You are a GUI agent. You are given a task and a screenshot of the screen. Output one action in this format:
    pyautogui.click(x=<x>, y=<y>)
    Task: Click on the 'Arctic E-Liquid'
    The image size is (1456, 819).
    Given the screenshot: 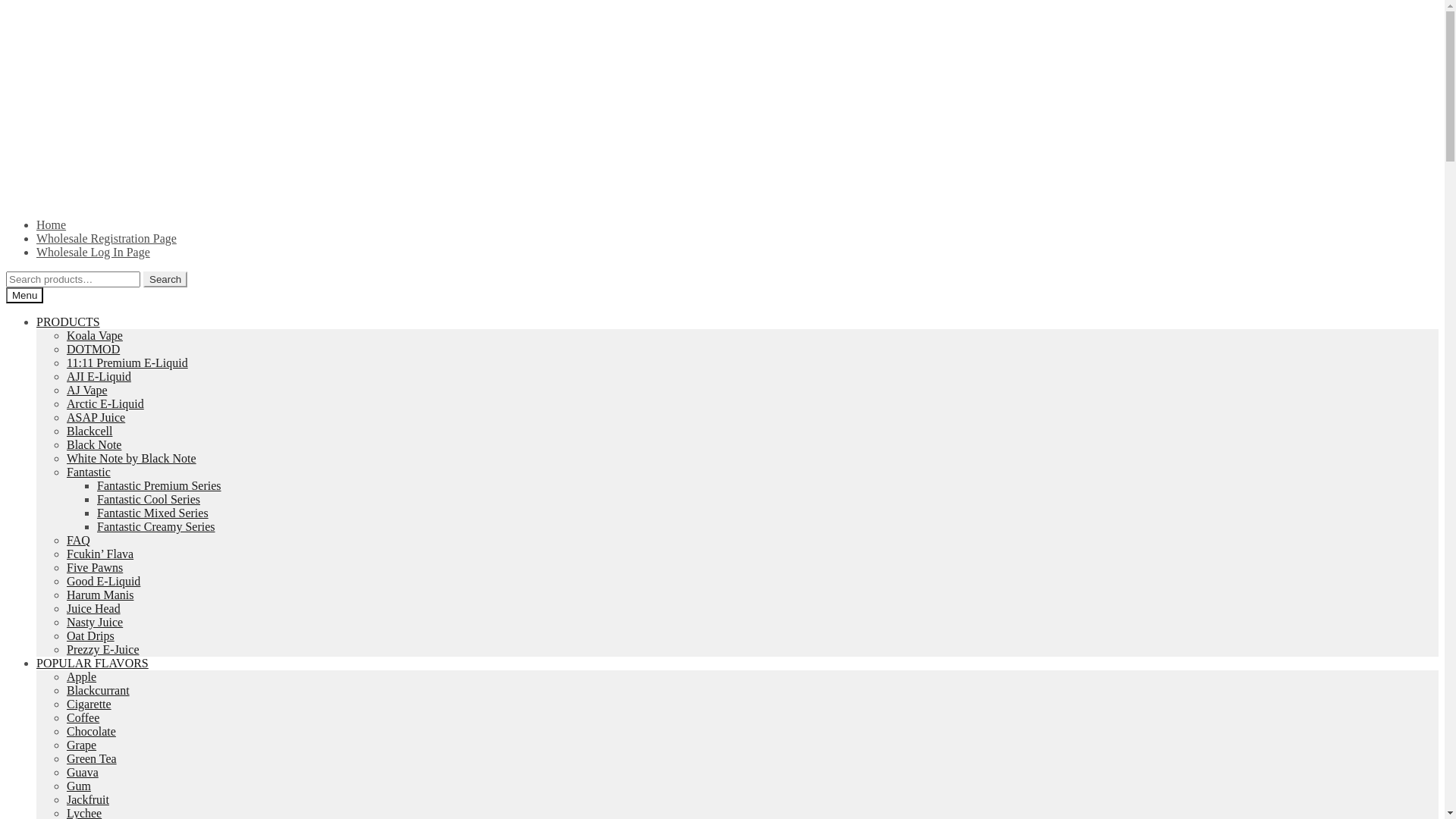 What is the action you would take?
    pyautogui.click(x=105, y=403)
    